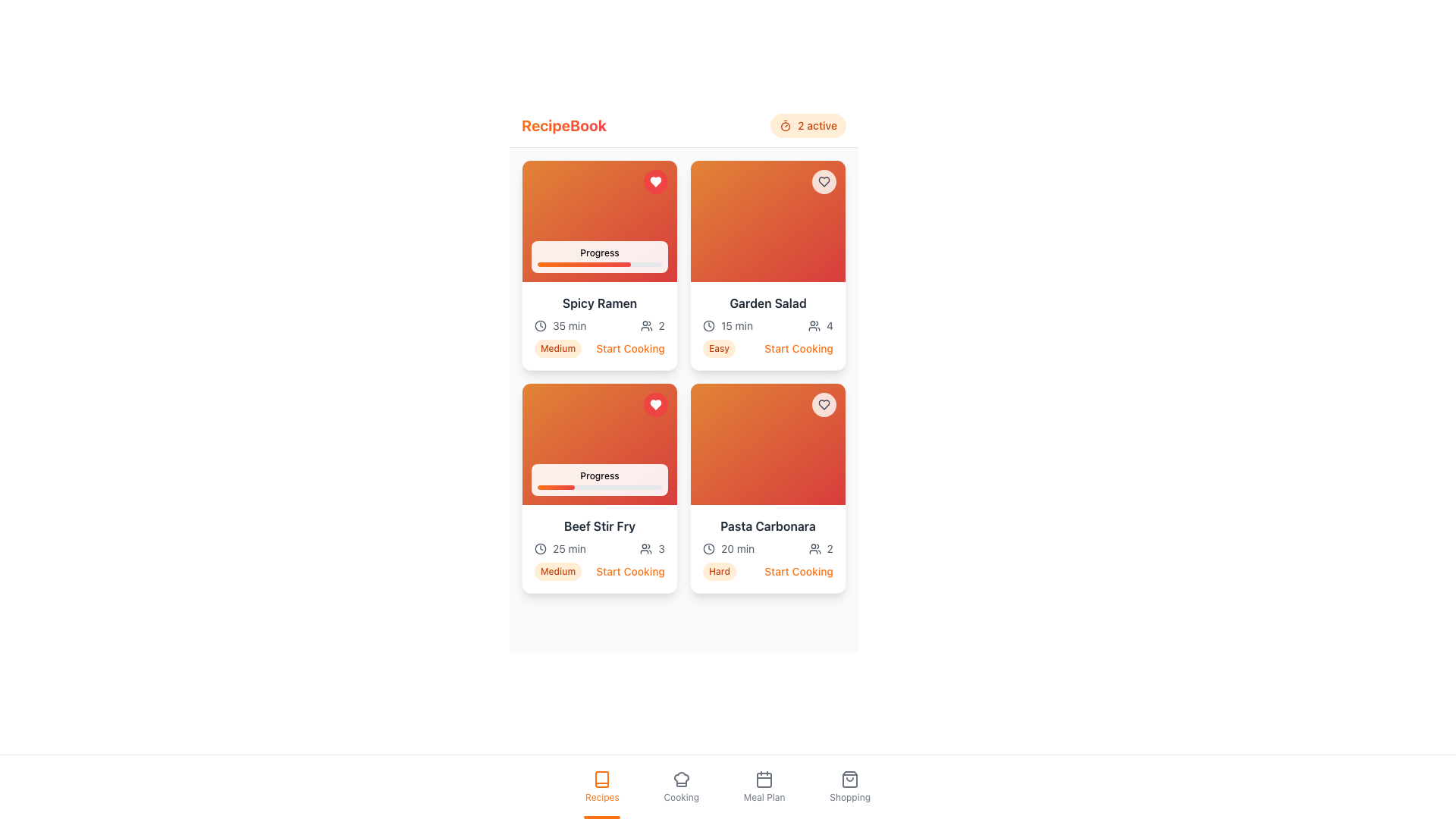 The image size is (1456, 819). I want to click on text label that displays the number of people associated with the 'Spicy Ramen' recipe, located in the bottom section of the recipe card next to the user icon, so click(652, 325).